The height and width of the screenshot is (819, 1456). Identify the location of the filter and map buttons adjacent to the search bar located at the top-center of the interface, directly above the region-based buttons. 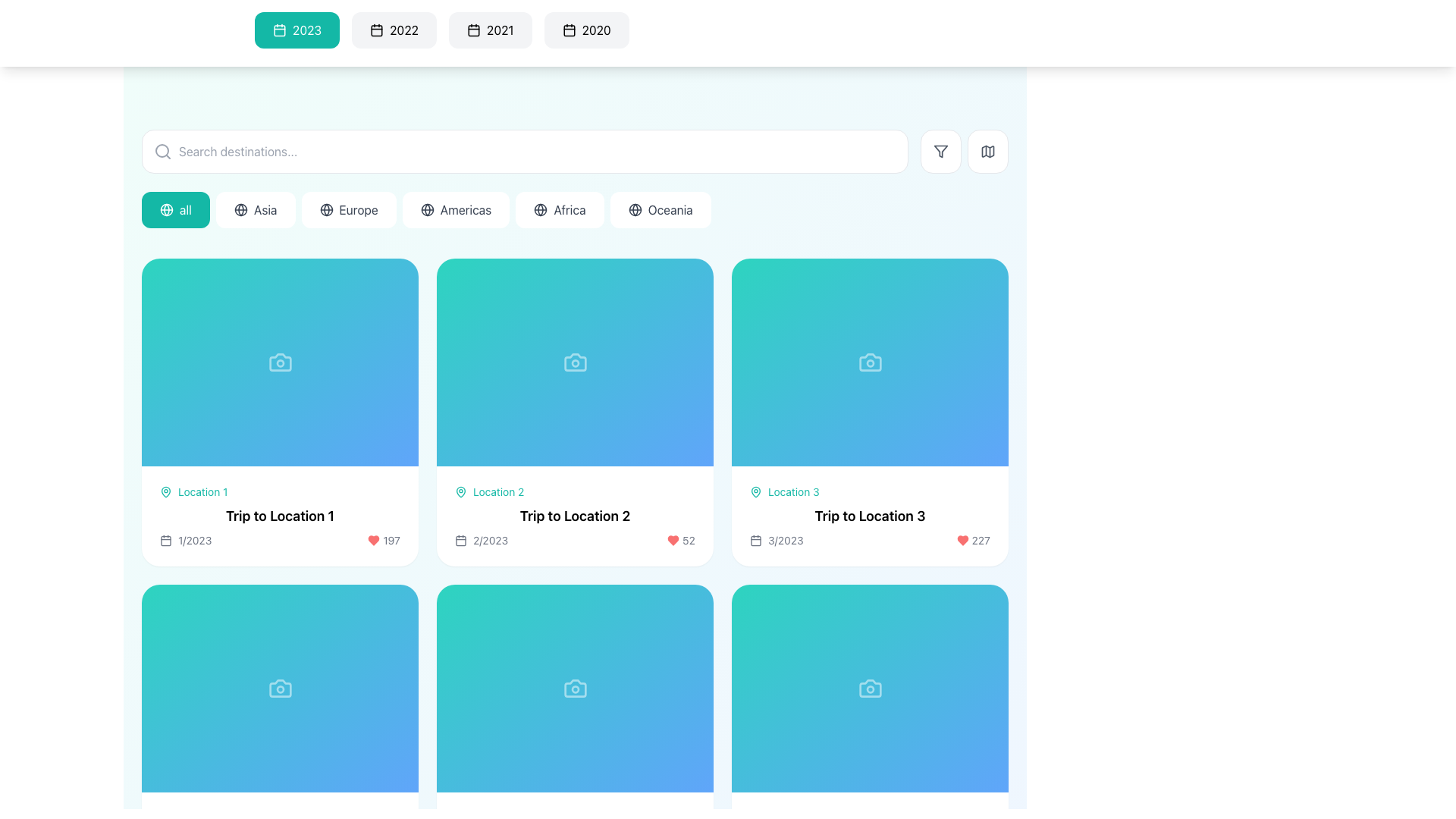
(574, 152).